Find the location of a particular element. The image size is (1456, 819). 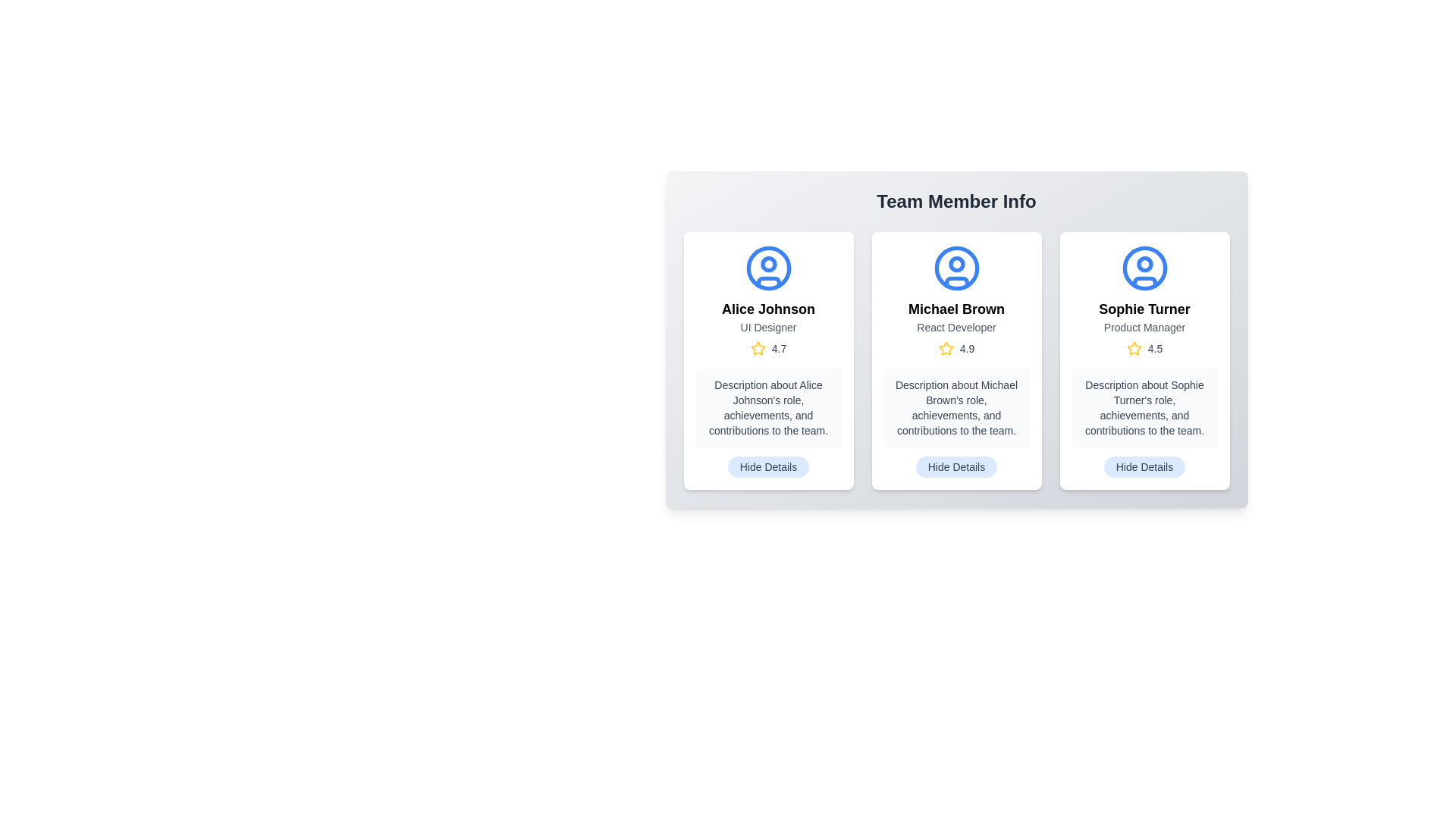

the yellow star icon in the star rating system under the 'Sophie Turner' card located in the third column of the 'Team Member Info' section is located at coordinates (1134, 348).